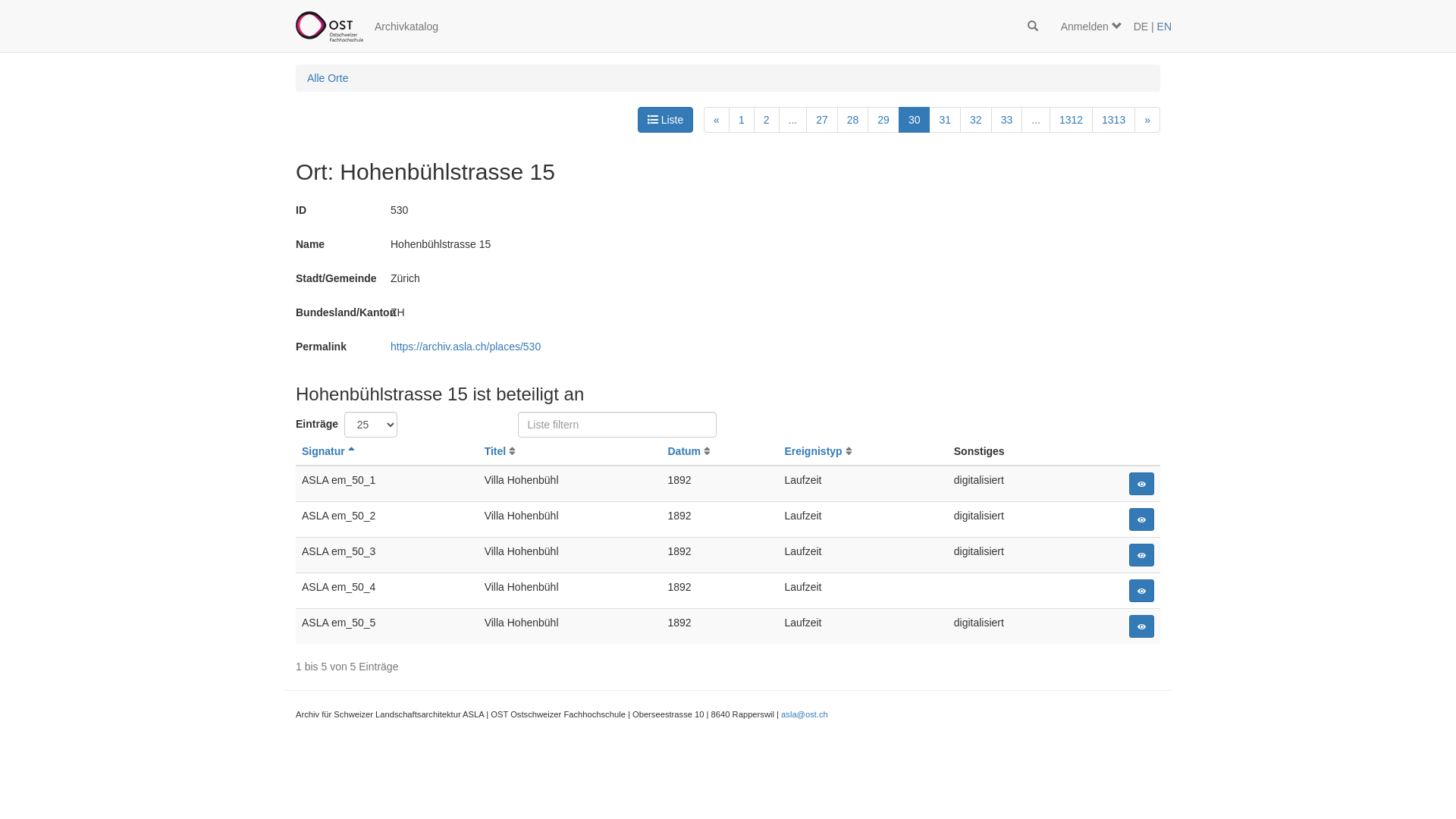 The width and height of the screenshot is (1456, 819). I want to click on '33', so click(1007, 119).